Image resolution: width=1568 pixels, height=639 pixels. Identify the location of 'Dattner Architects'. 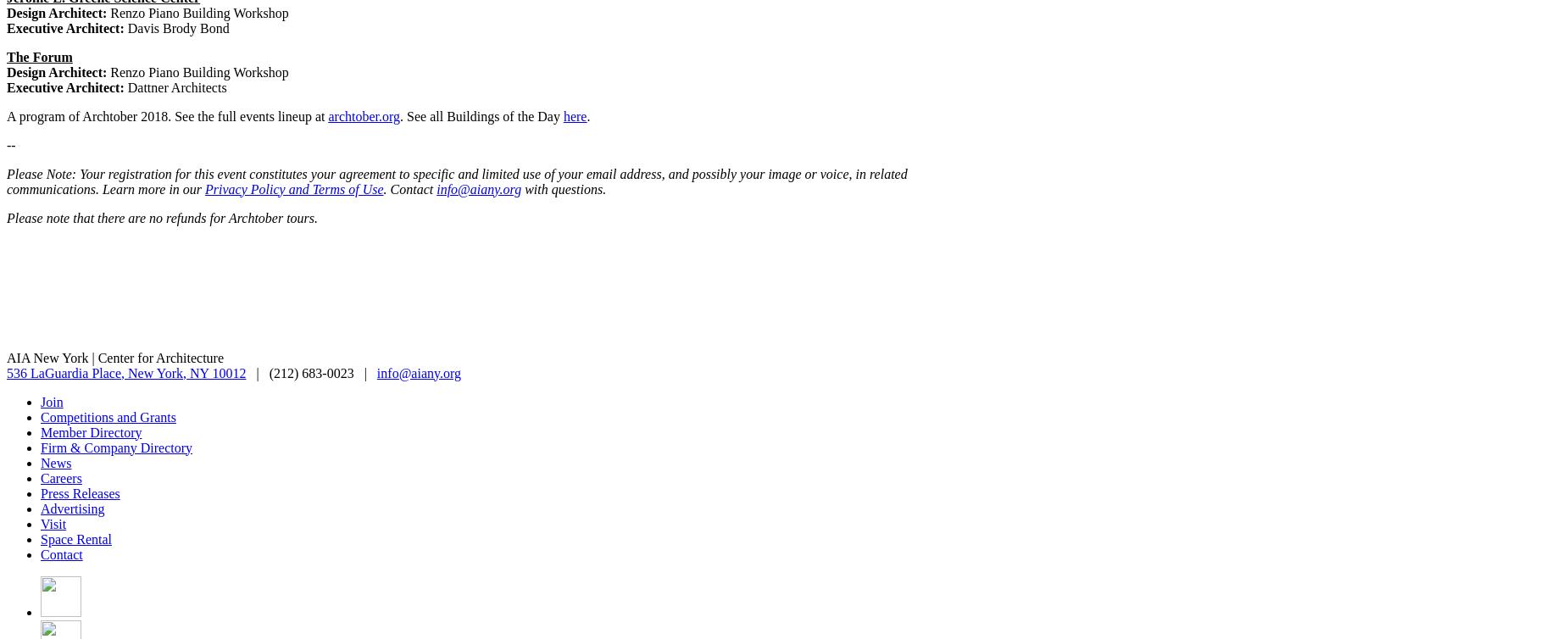
(174, 86).